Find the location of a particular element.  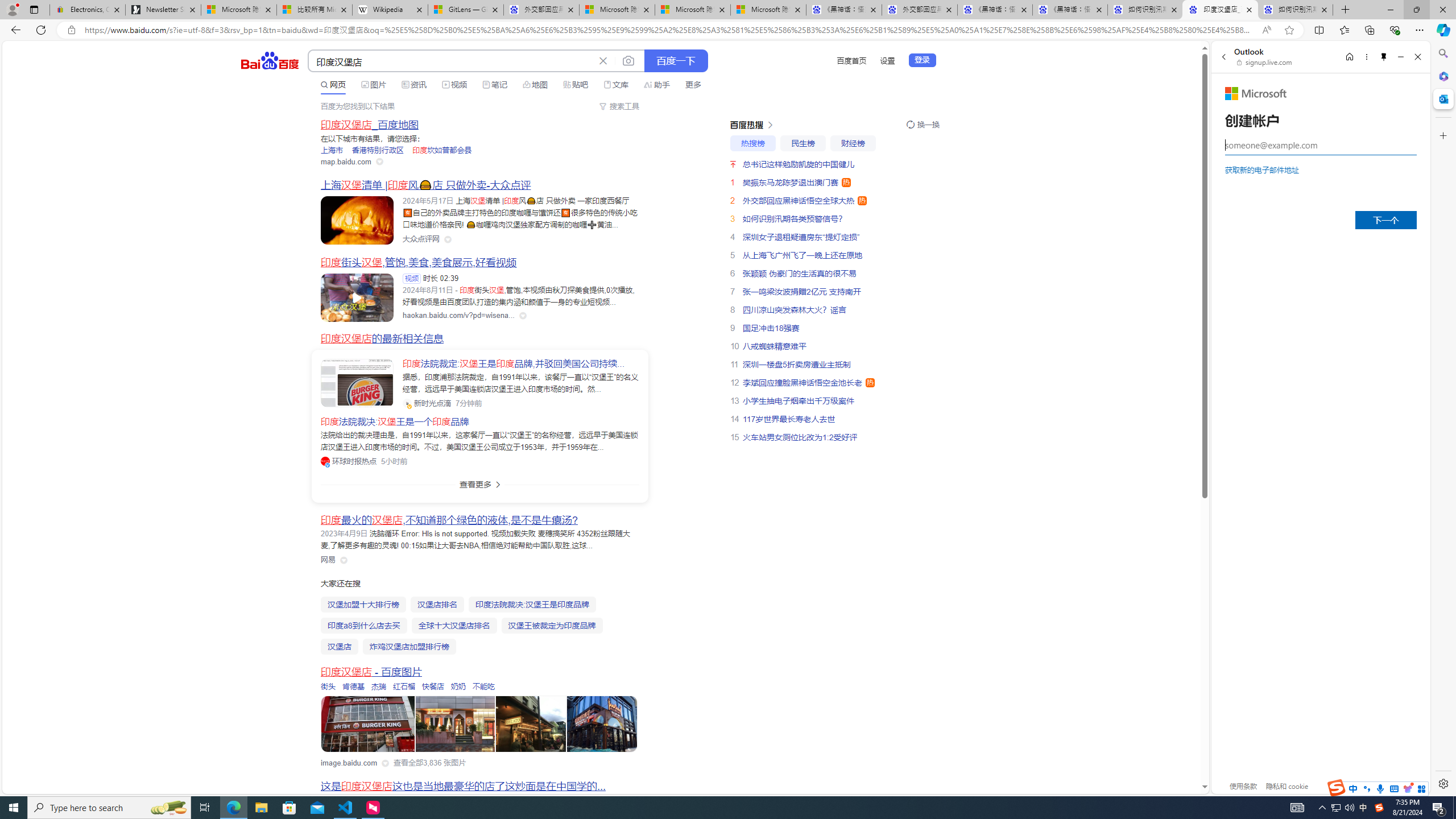

'Newsletter Sign Up' is located at coordinates (162, 9).